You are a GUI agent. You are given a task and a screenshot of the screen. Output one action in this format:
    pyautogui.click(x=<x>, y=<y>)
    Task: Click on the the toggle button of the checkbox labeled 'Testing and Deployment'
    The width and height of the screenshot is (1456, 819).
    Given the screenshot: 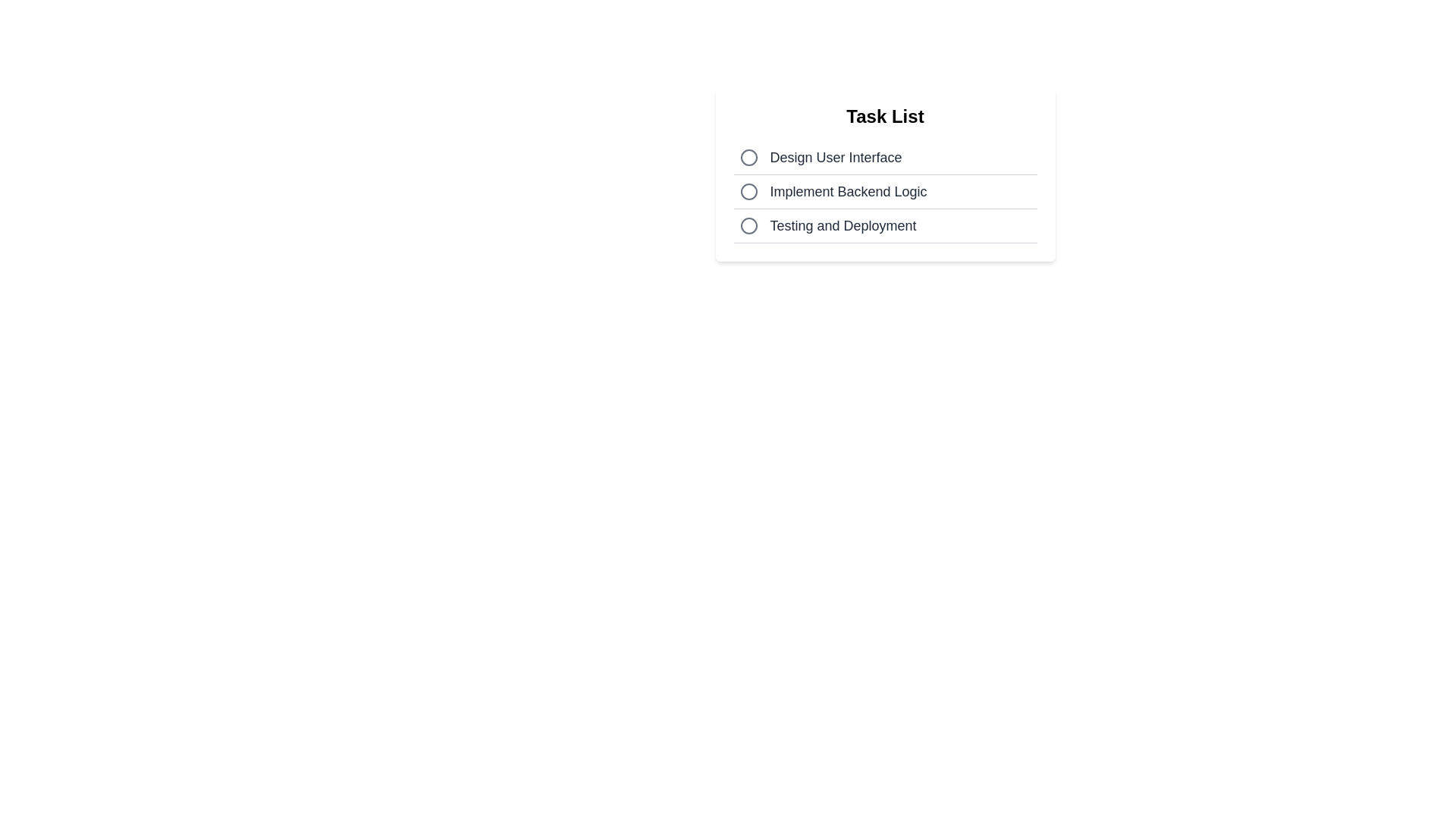 What is the action you would take?
    pyautogui.click(x=885, y=226)
    